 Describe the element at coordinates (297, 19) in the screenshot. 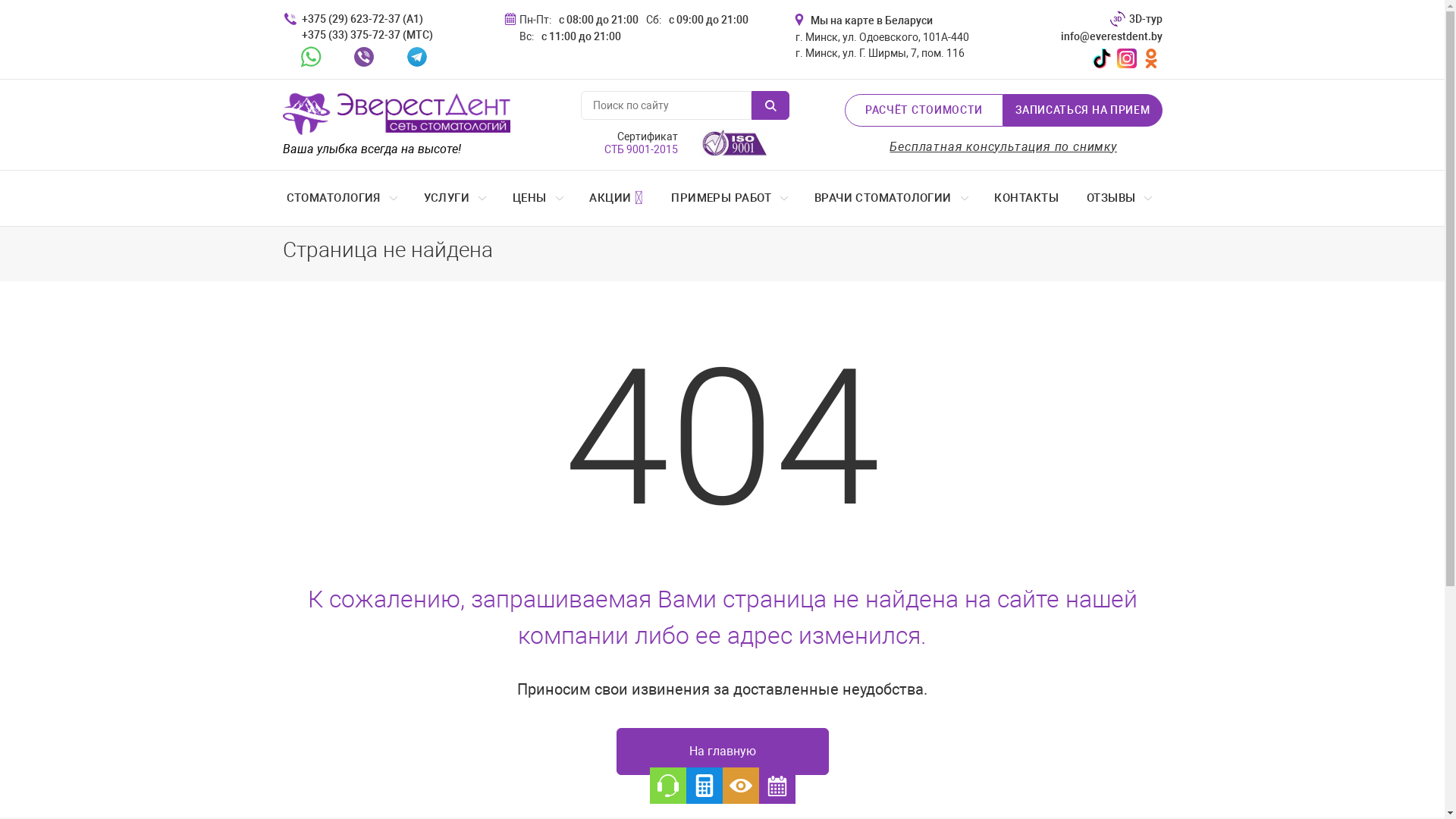

I see `'+375 (29) 623-72-37 (A1)'` at that location.